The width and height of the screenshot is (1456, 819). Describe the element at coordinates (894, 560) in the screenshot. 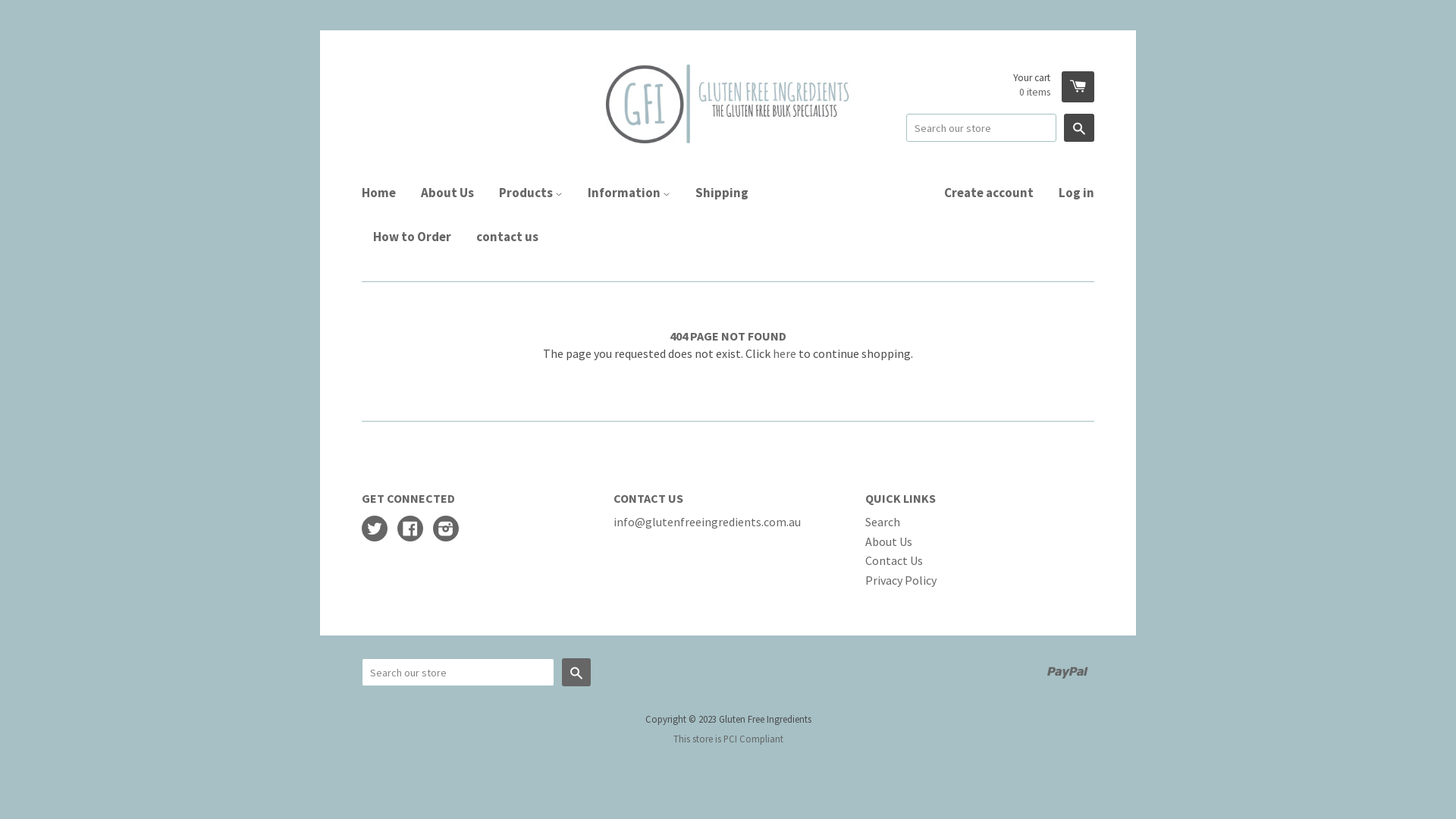

I see `'Contact Us'` at that location.